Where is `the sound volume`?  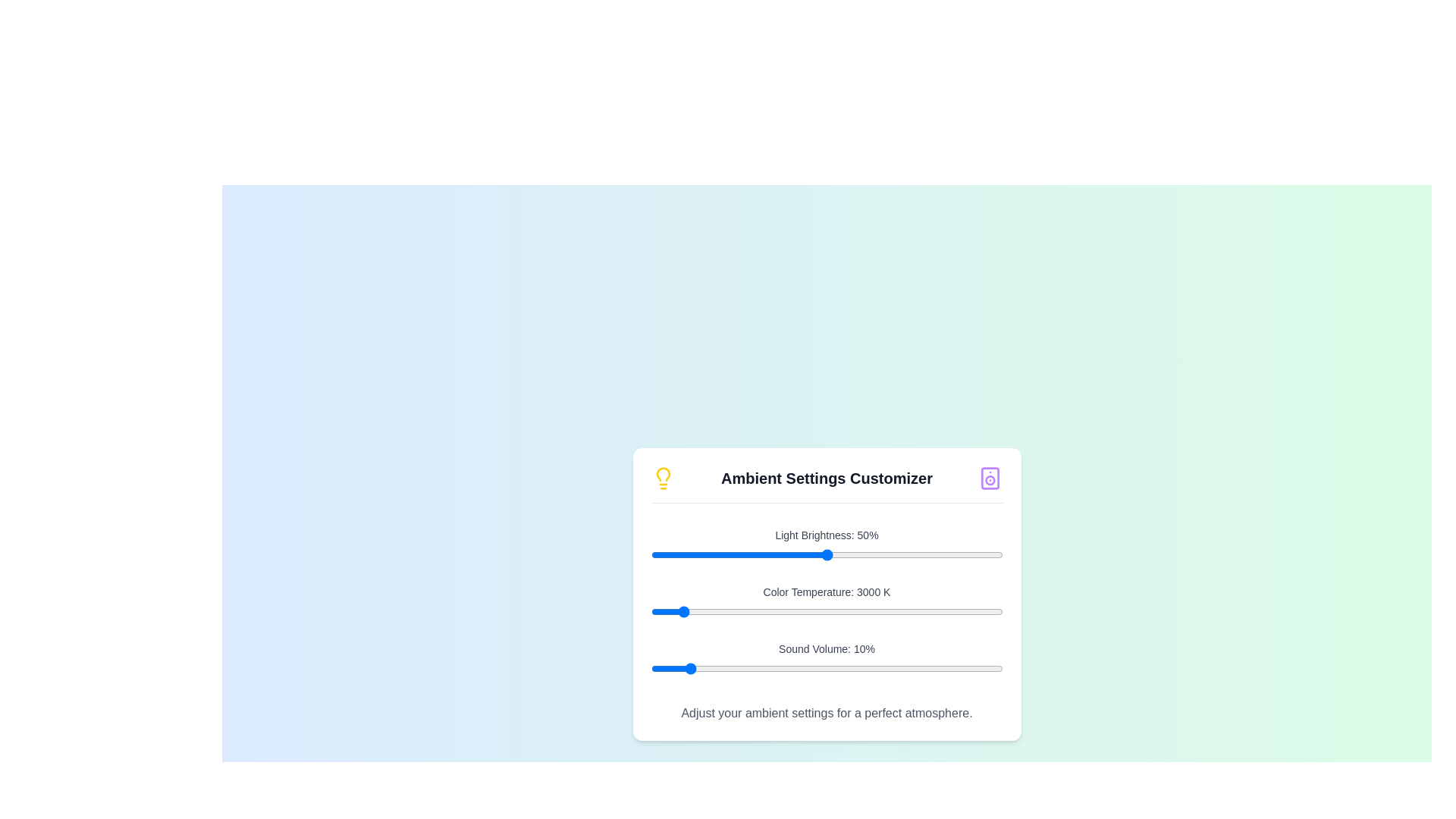 the sound volume is located at coordinates (756, 668).